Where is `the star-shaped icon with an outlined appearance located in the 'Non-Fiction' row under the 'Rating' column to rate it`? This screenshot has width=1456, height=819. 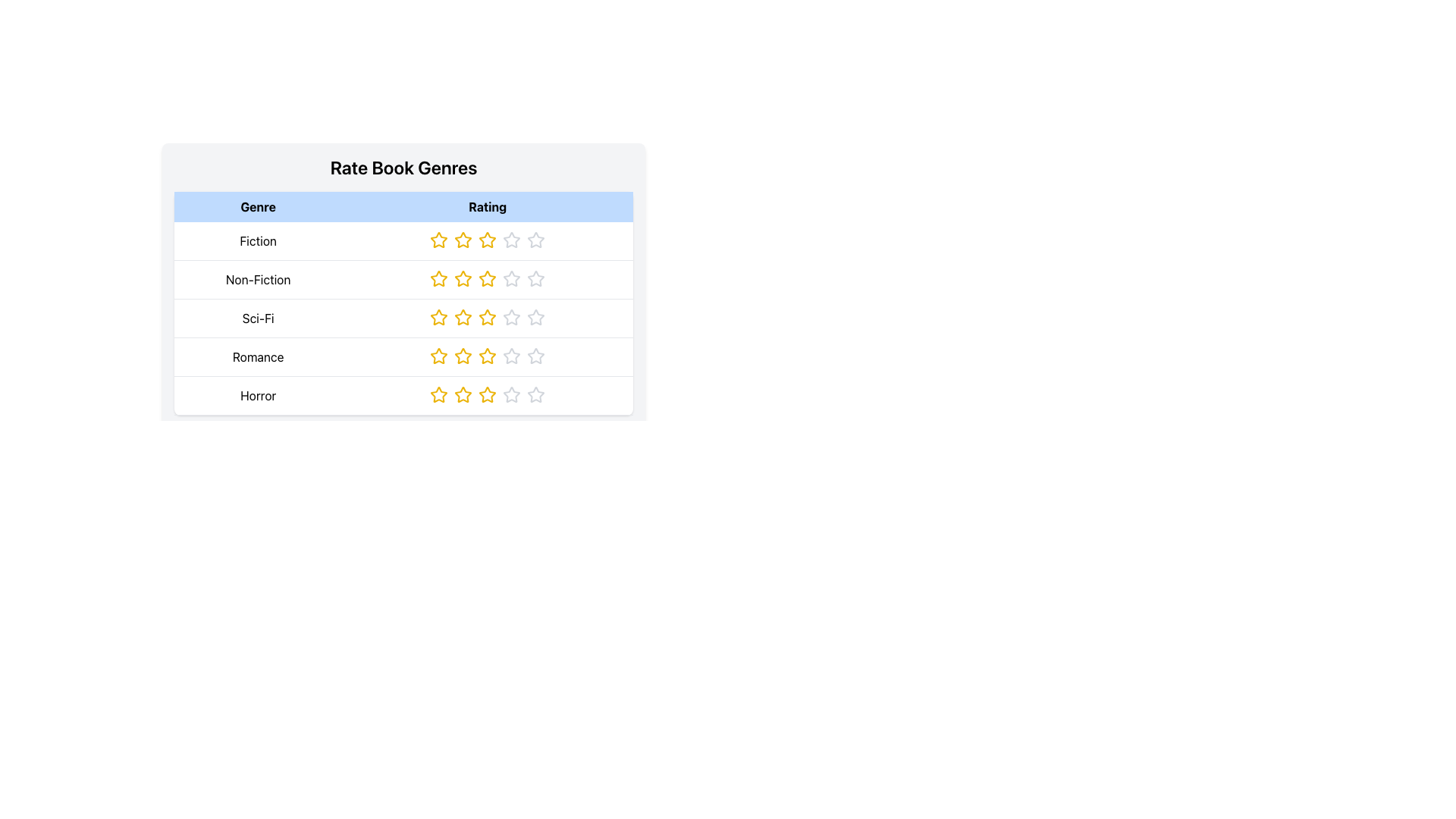
the star-shaped icon with an outlined appearance located in the 'Non-Fiction' row under the 'Rating' column to rate it is located at coordinates (488, 278).